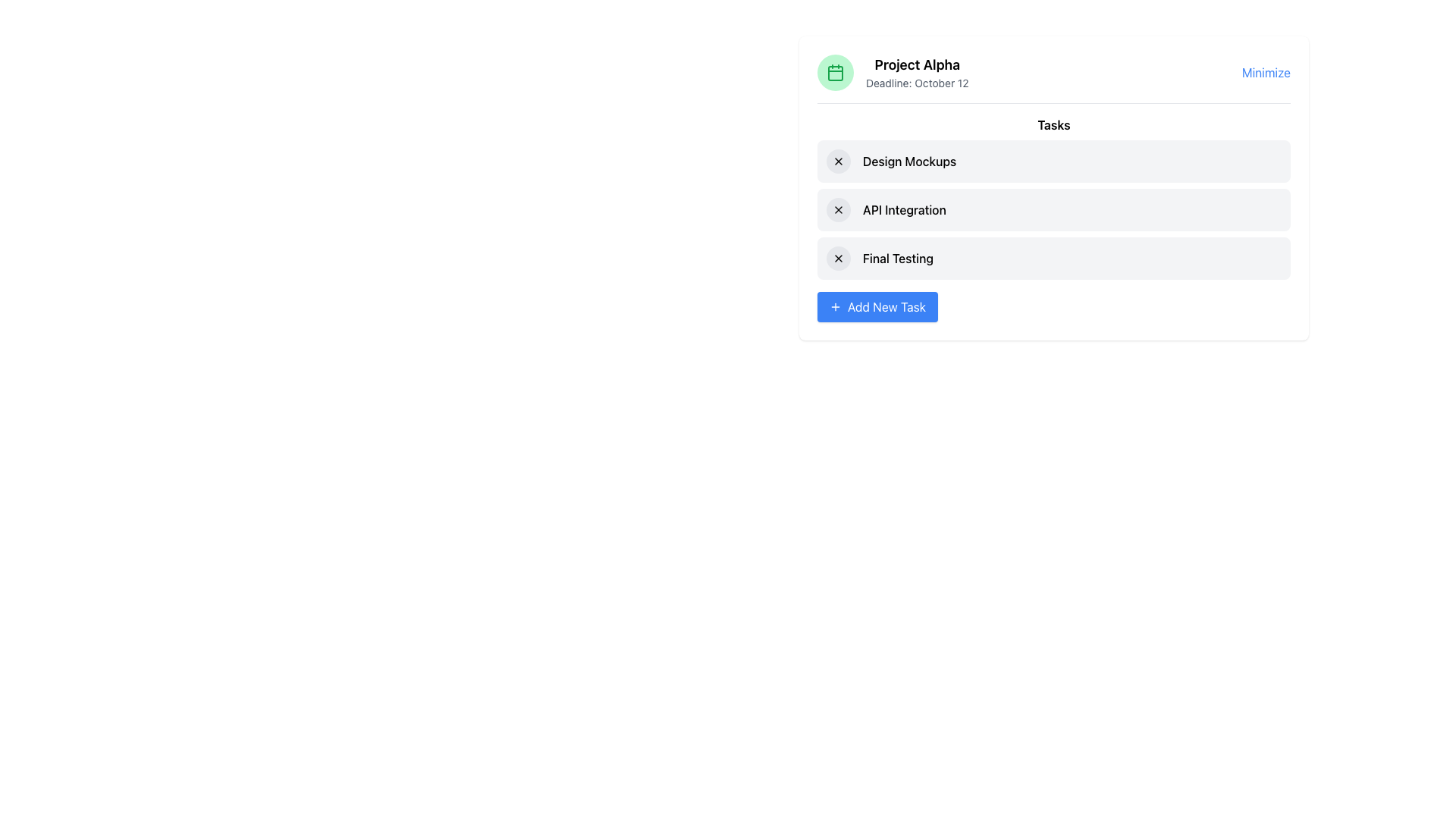  Describe the element at coordinates (916, 64) in the screenshot. I see `the text label displaying 'Project Alpha' which is positioned at the top of the project overview card and has a bold font style` at that location.